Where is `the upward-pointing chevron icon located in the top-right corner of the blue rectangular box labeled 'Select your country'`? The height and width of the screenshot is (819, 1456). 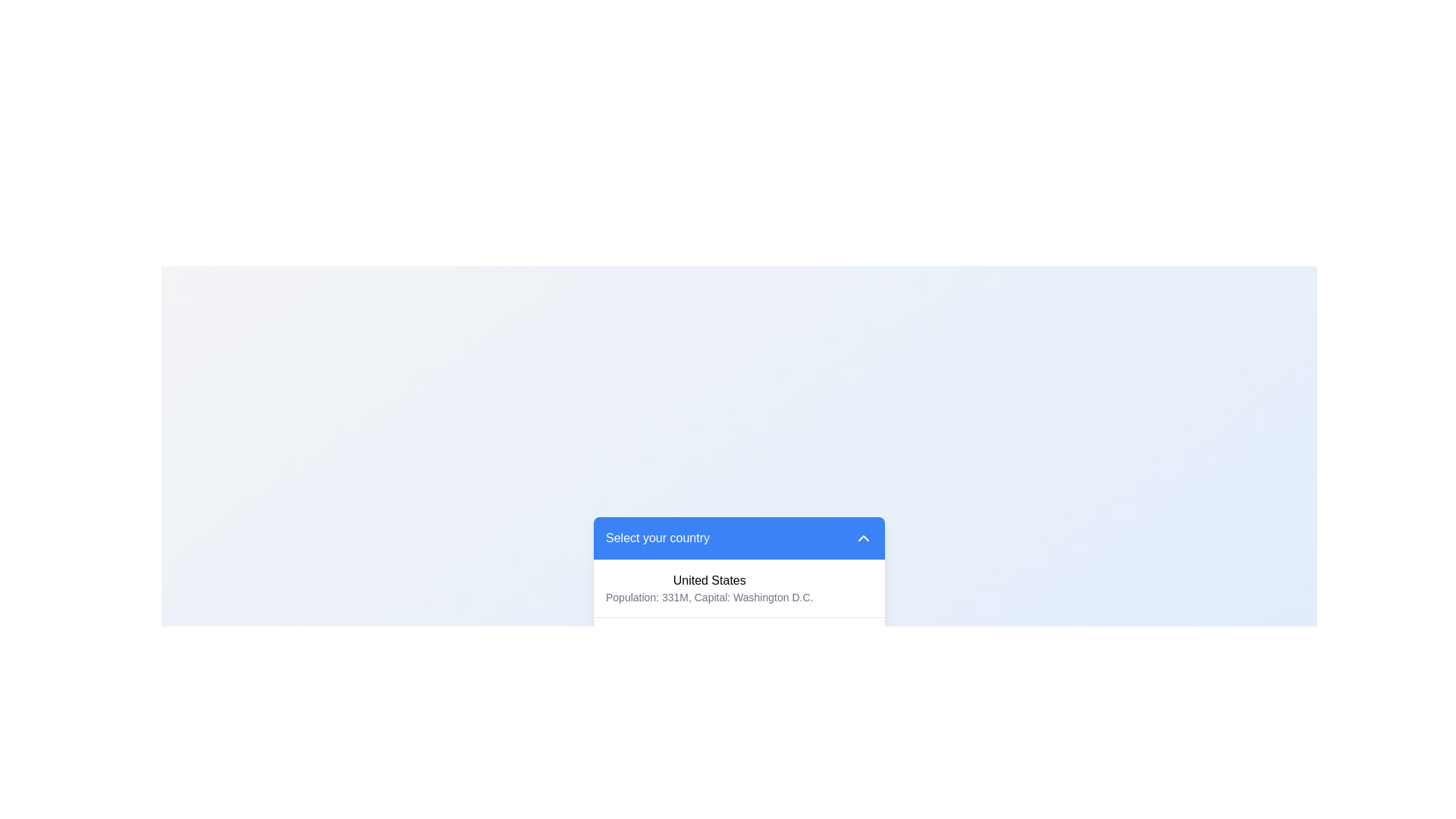
the upward-pointing chevron icon located in the top-right corner of the blue rectangular box labeled 'Select your country' is located at coordinates (863, 537).